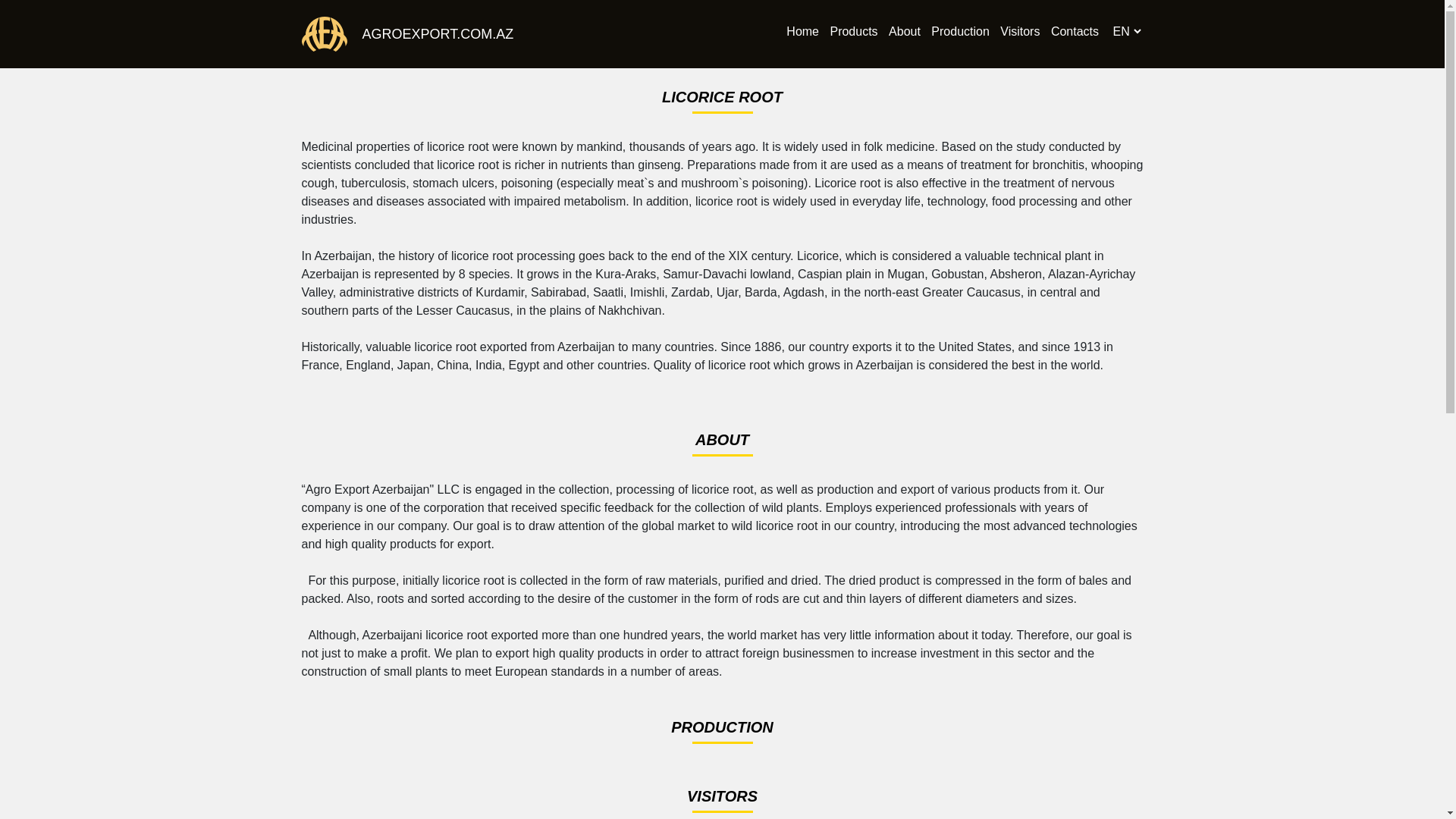  I want to click on 'Visitors', so click(1000, 33).